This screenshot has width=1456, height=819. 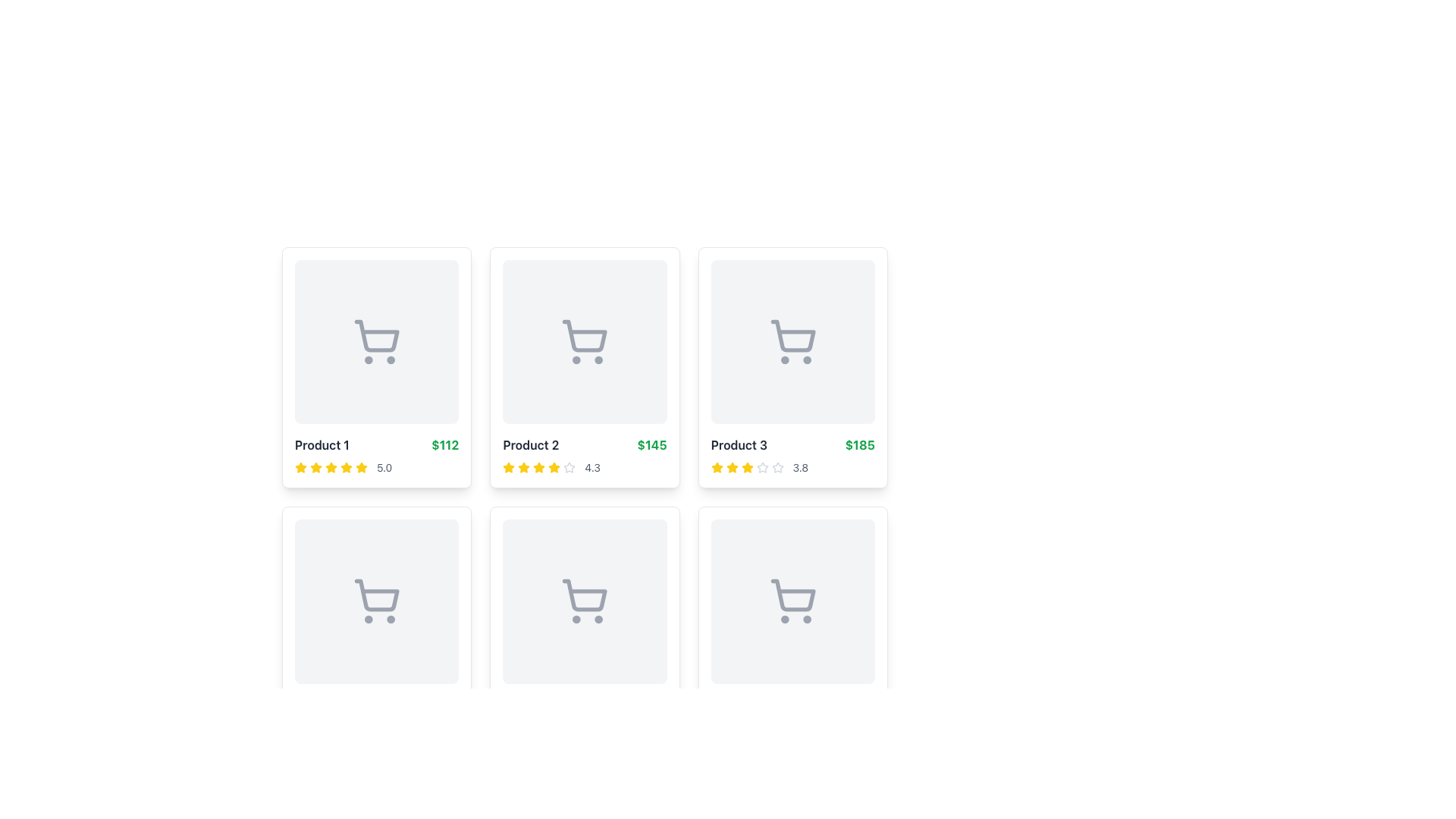 I want to click on the main body of the shopping cart icon in the bottom-right product card under 'Product 3', so click(x=792, y=595).